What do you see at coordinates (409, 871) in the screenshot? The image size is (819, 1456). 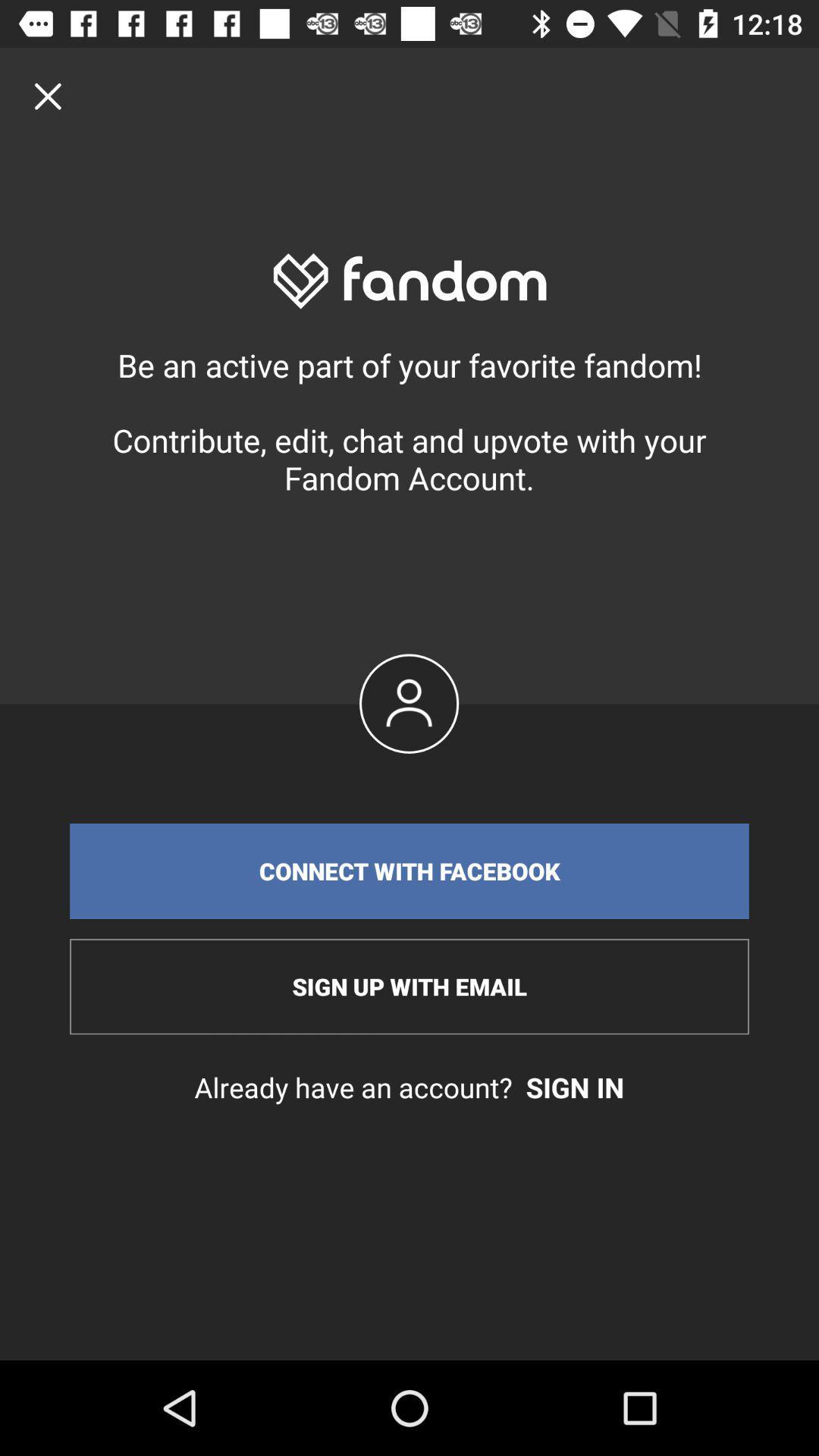 I see `the connect with facebook` at bounding box center [409, 871].